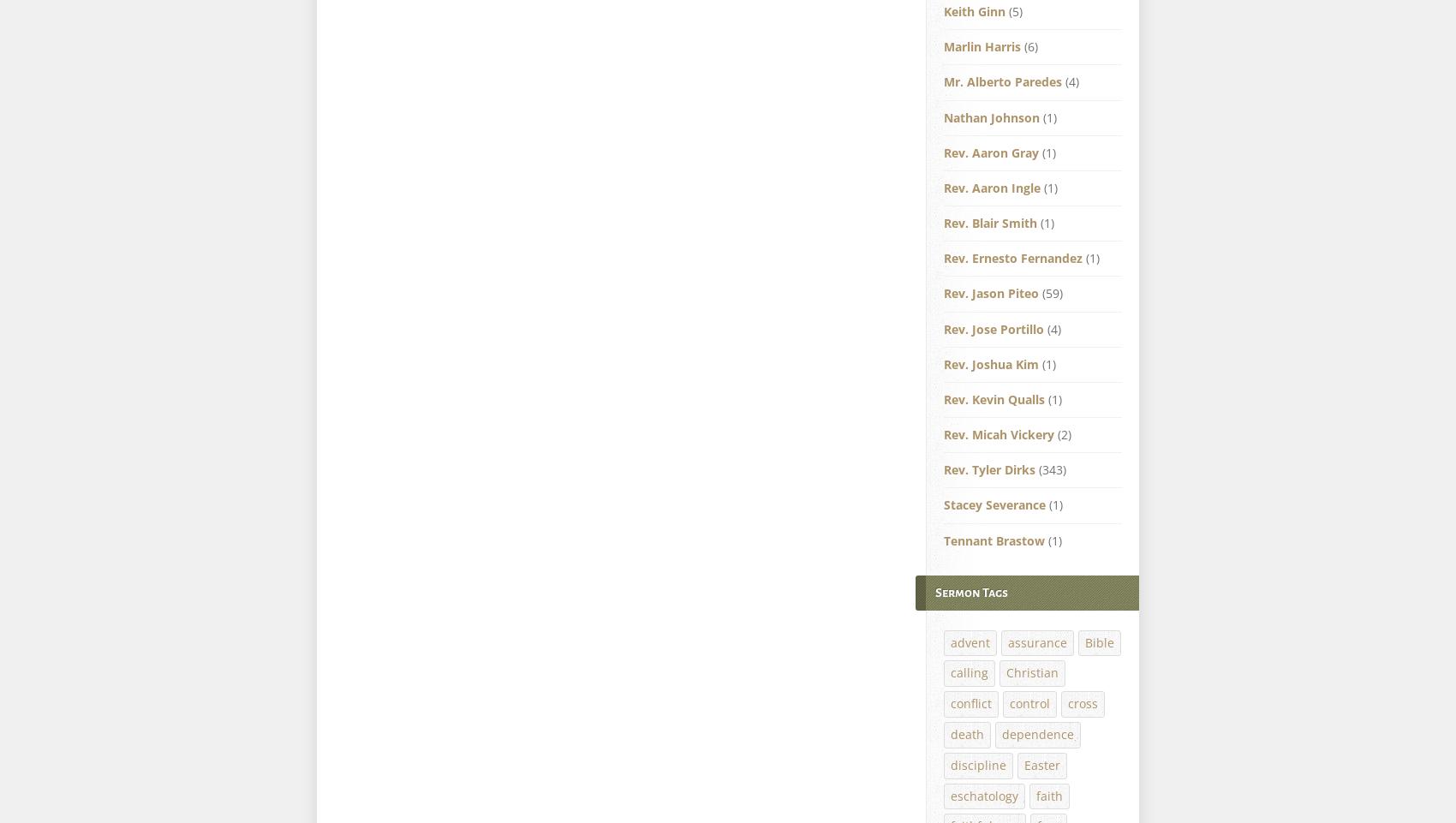  What do you see at coordinates (970, 671) in the screenshot?
I see `'calling'` at bounding box center [970, 671].